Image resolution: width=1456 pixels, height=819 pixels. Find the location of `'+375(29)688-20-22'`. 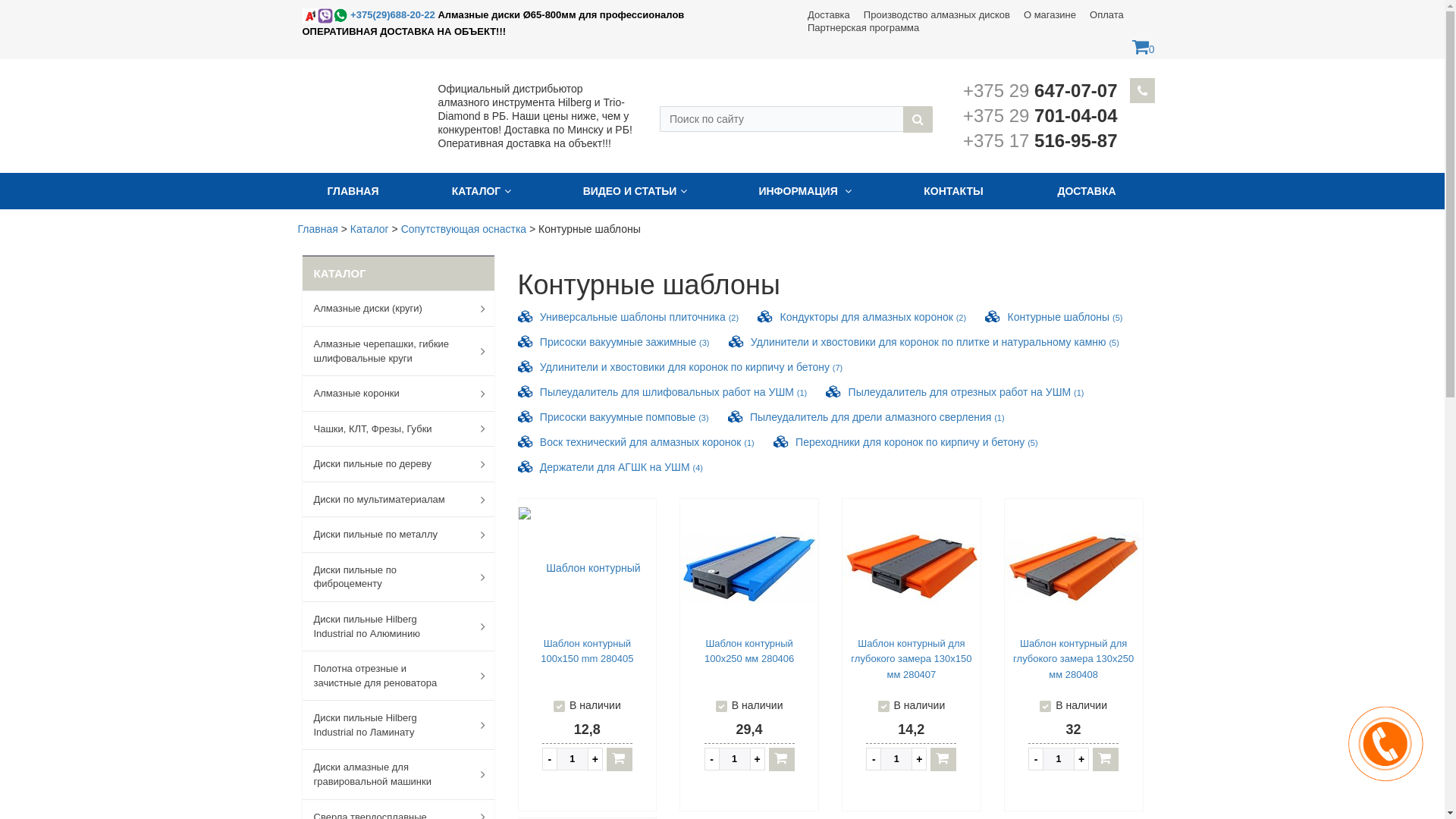

'+375(29)688-20-22' is located at coordinates (369, 14).